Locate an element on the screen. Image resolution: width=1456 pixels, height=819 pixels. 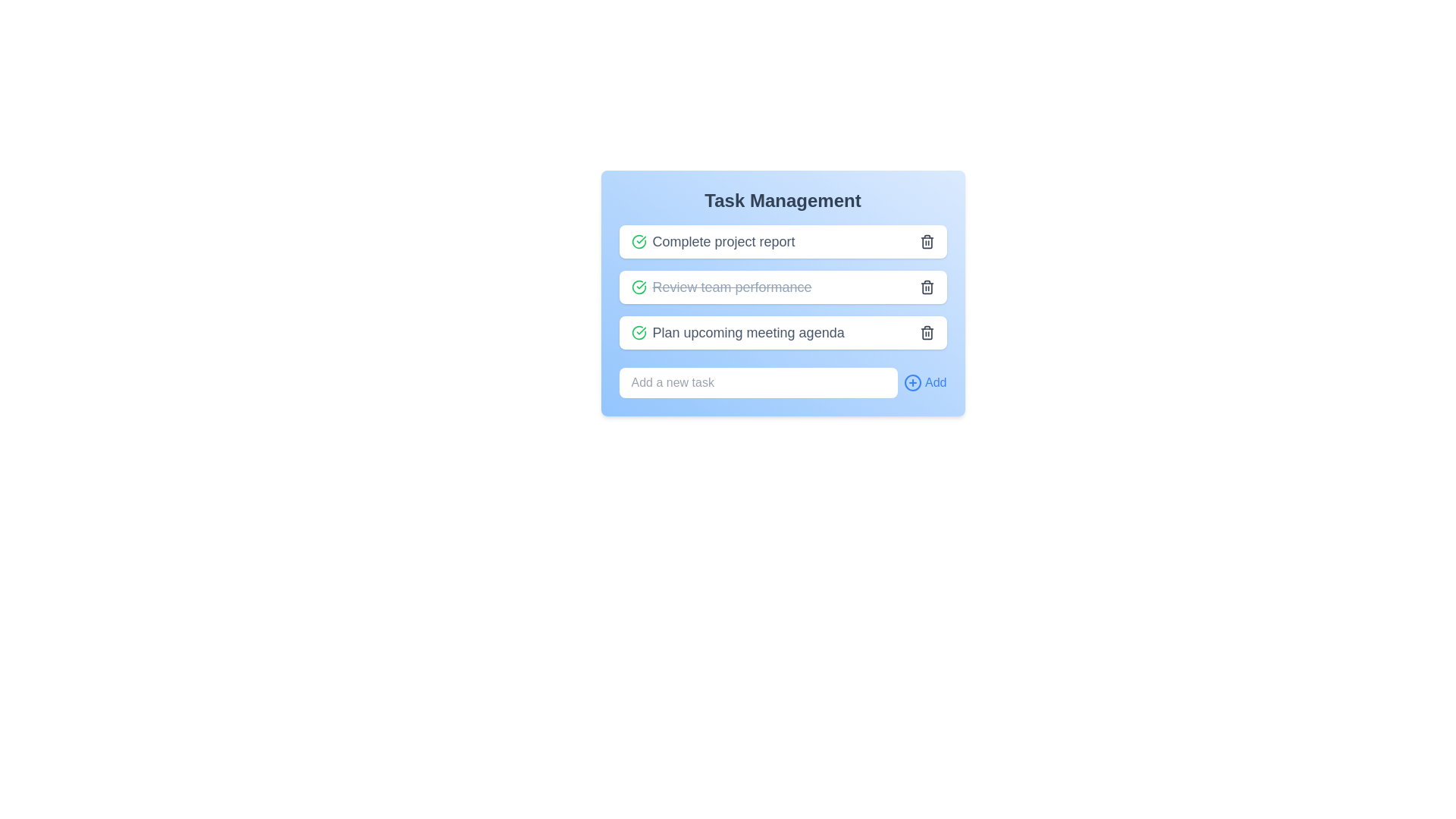
text label 'Plan upcoming meeting agenda' in the task management application, which is the third task in the list inside the 'Task Management' card is located at coordinates (738, 332).